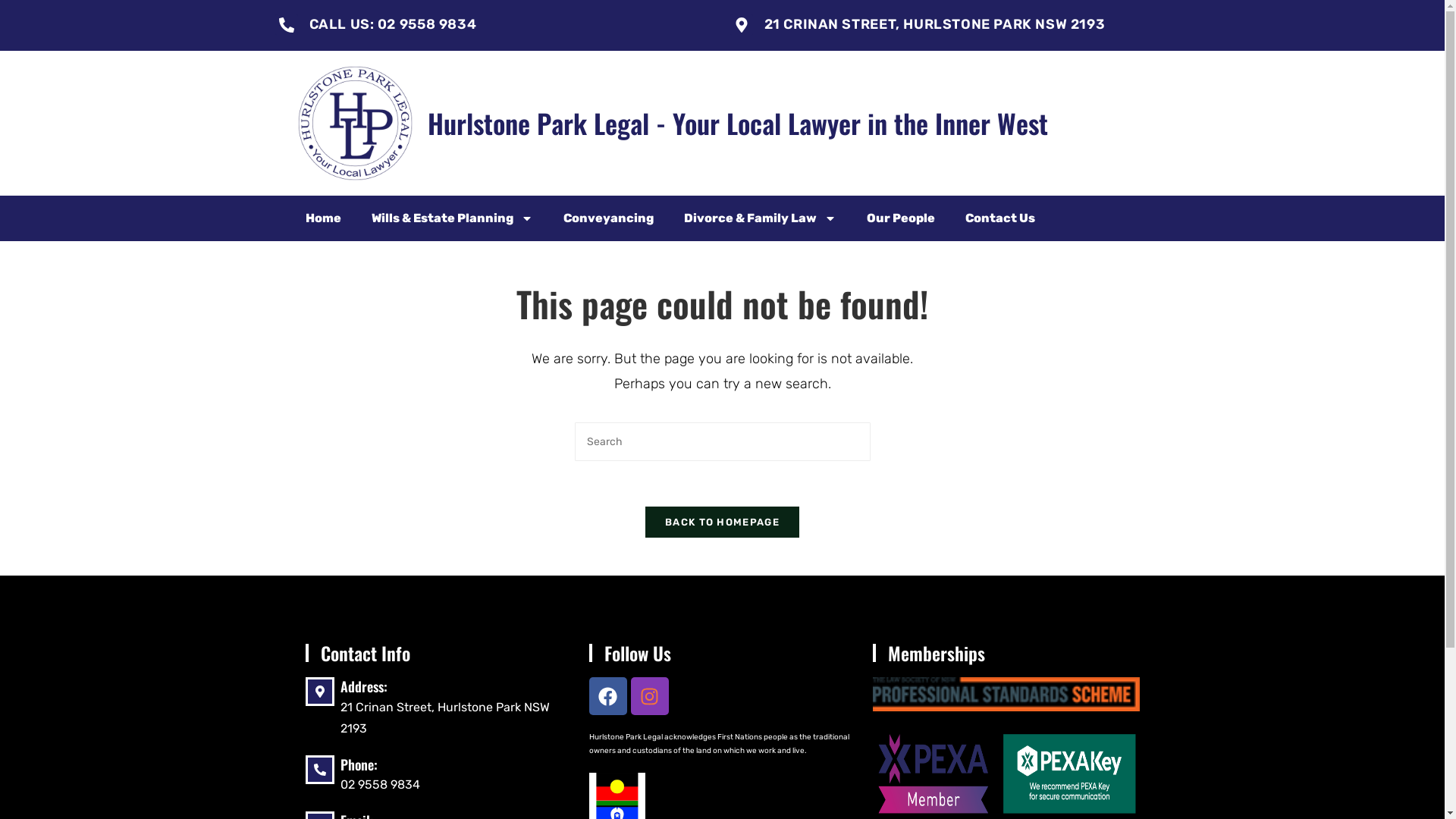  I want to click on 'Conveyancing', so click(607, 218).